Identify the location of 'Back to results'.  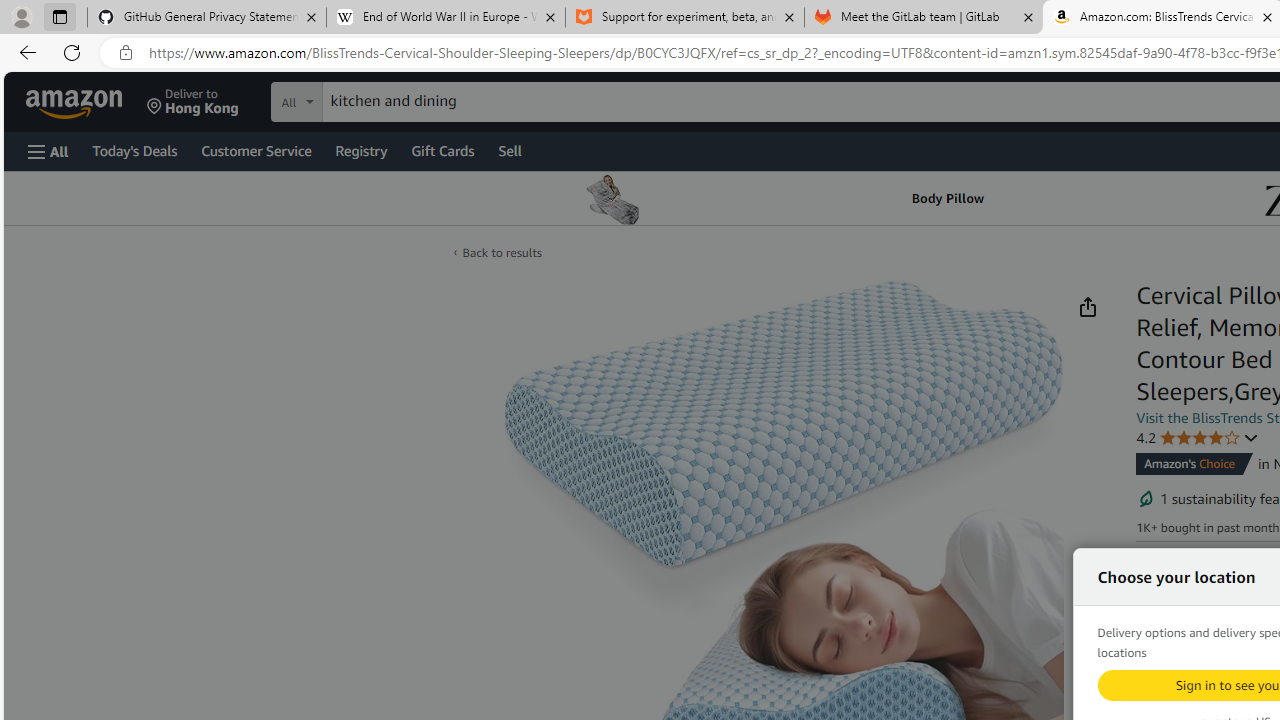
(501, 251).